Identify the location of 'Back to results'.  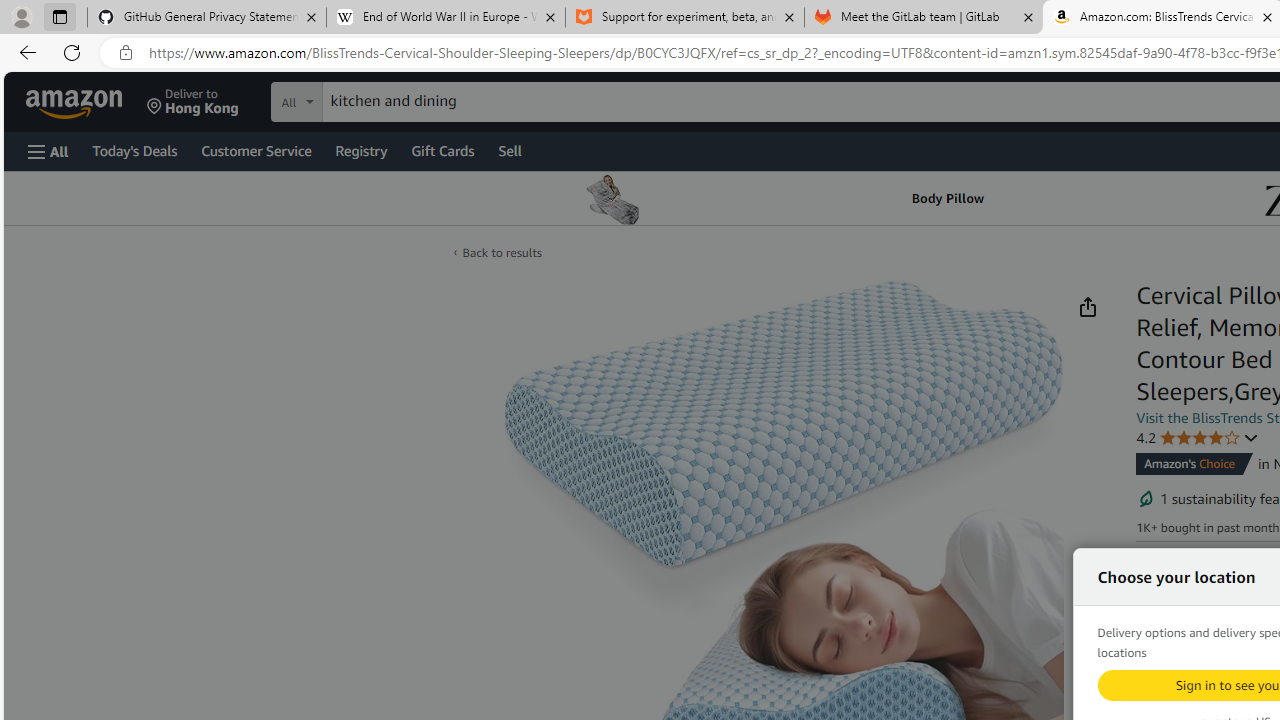
(501, 251).